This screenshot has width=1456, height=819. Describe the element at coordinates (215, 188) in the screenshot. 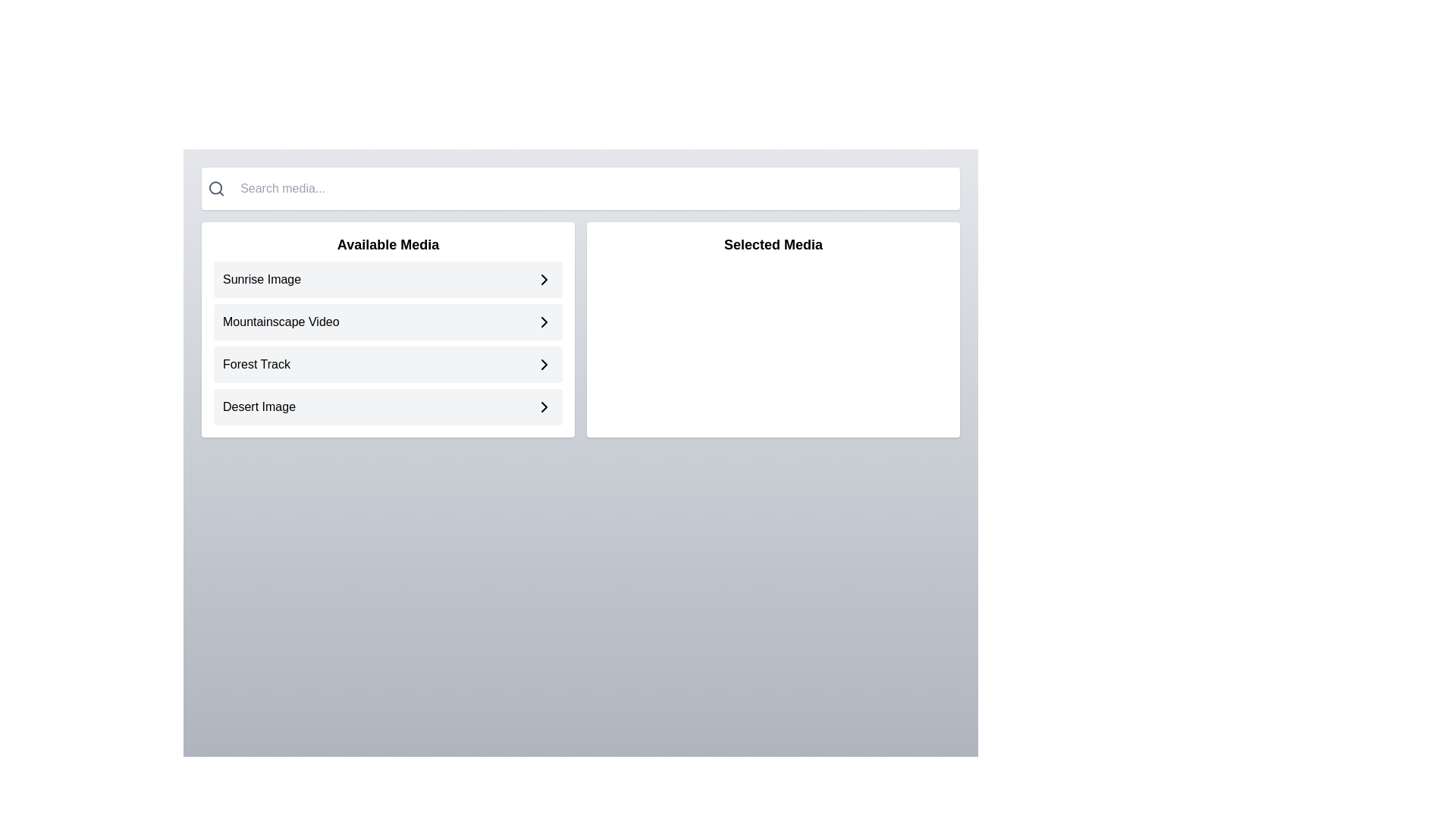

I see `the search icon located on the leftmost side of the search bar to initiate a search operation` at that location.